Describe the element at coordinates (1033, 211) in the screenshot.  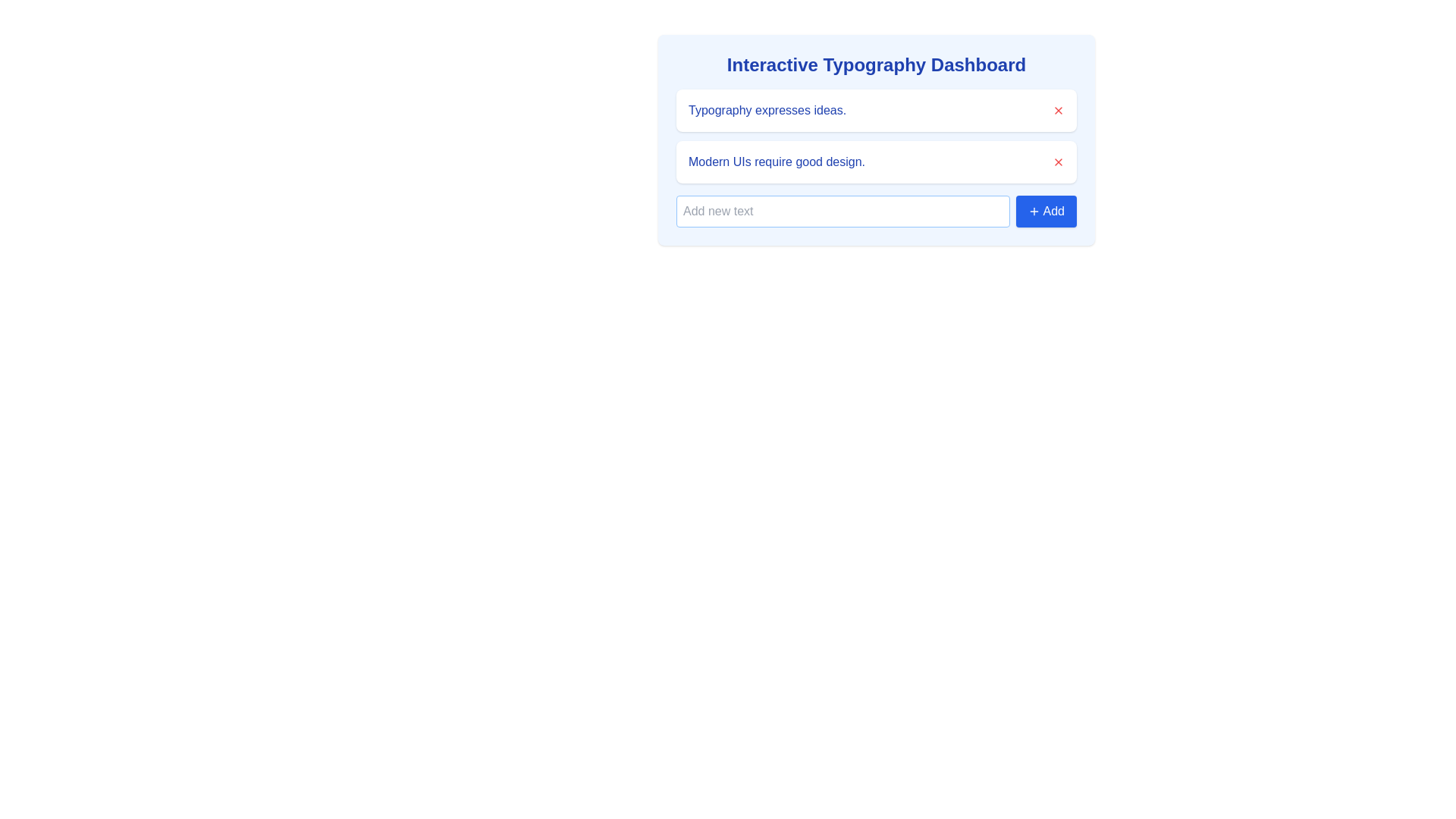
I see `the '+' icon of the 'Add' button` at that location.